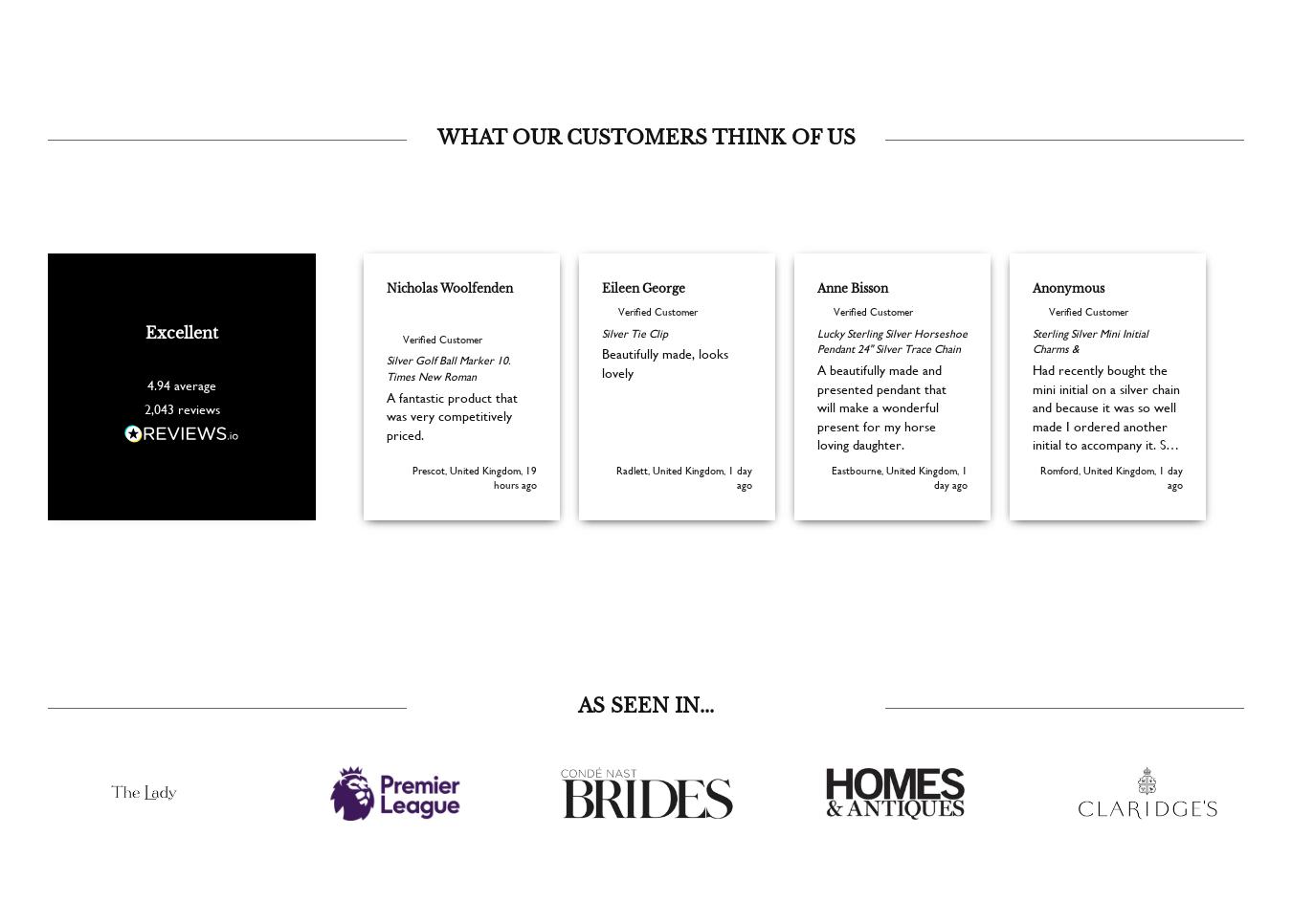 Image resolution: width=1292 pixels, height=924 pixels. What do you see at coordinates (1089, 368) in the screenshot?
I see `'Sterling Silver Mini Initial Charms &'` at bounding box center [1089, 368].